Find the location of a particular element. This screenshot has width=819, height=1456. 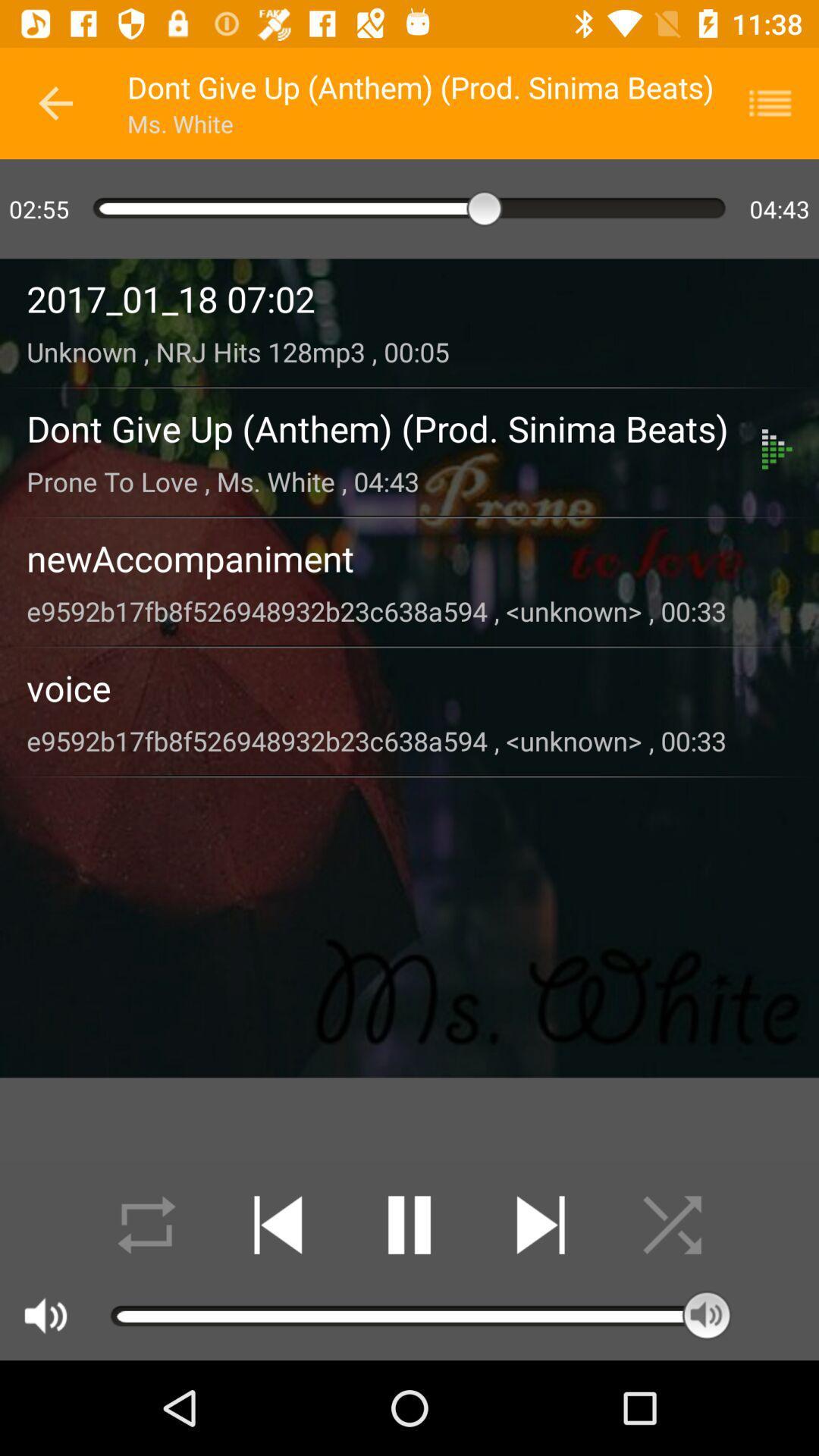

menu is located at coordinates (780, 102).